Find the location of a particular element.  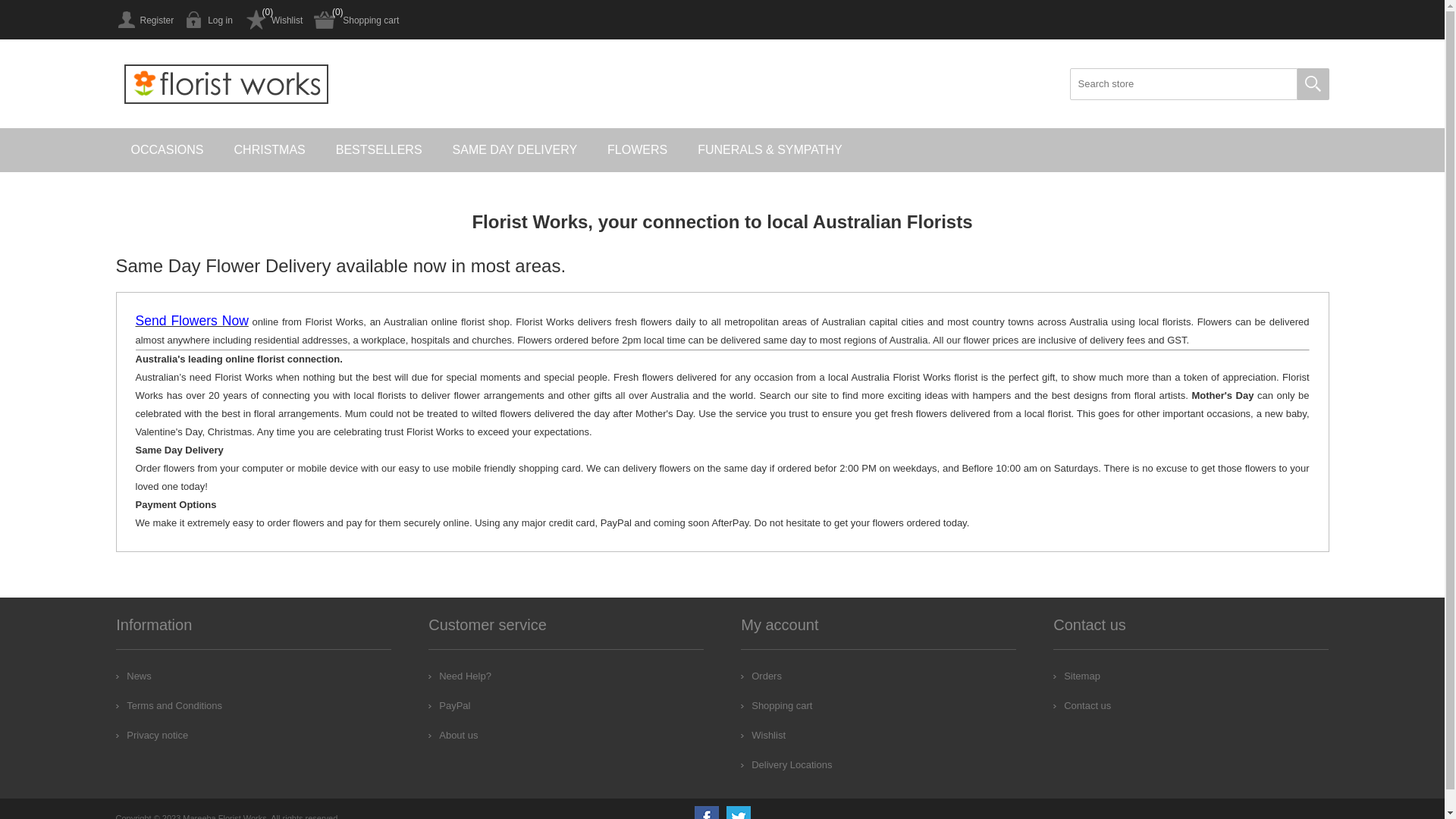

'Shopping cart' is located at coordinates (356, 20).